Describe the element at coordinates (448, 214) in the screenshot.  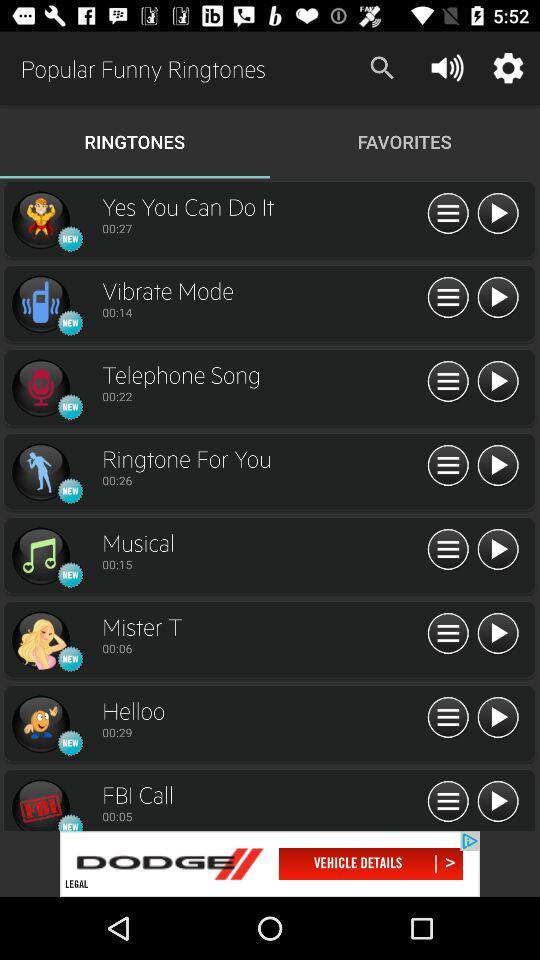
I see `side menu` at that location.